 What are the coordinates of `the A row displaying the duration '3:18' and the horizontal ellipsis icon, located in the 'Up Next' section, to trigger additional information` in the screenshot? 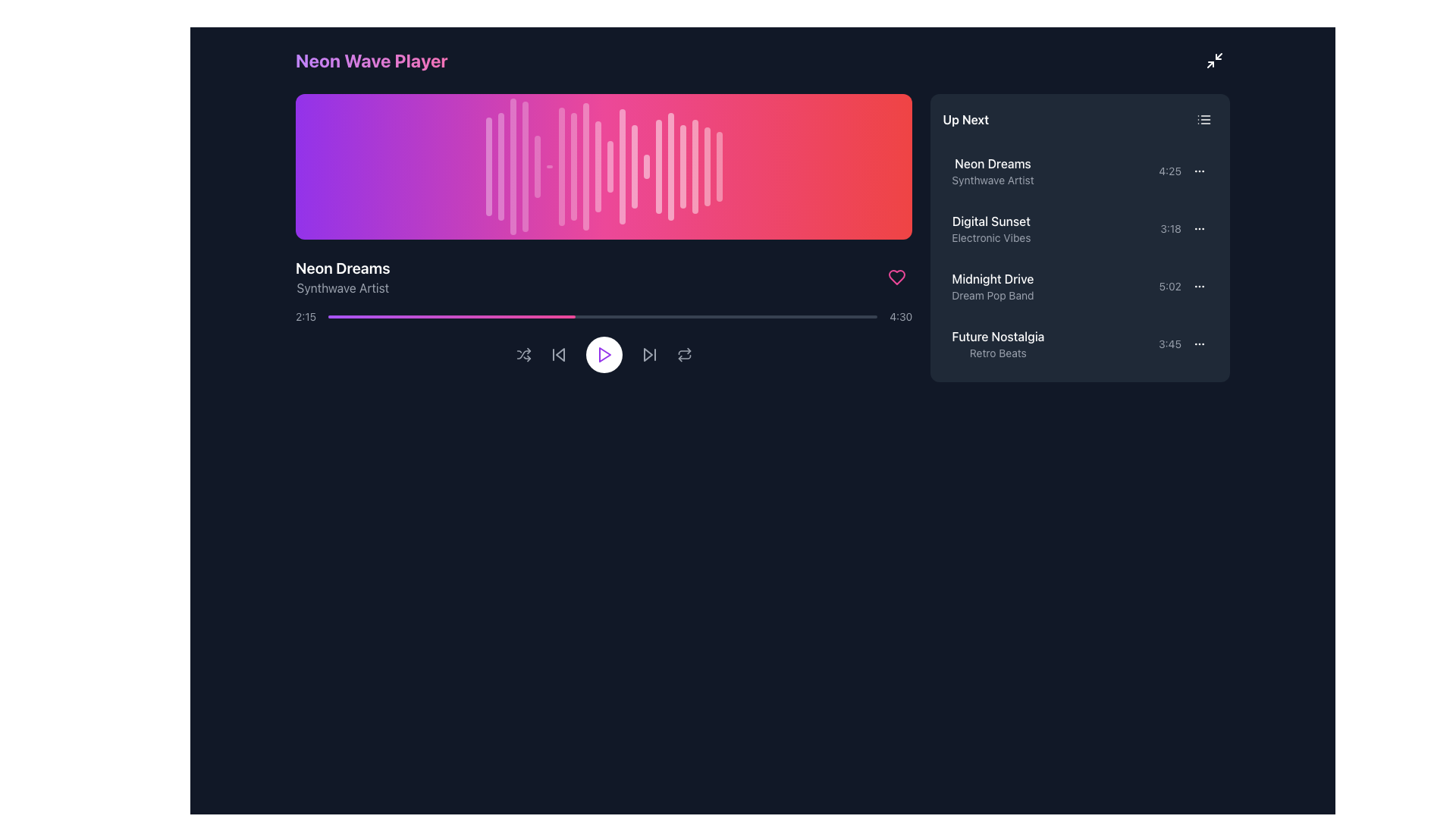 It's located at (1184, 228).